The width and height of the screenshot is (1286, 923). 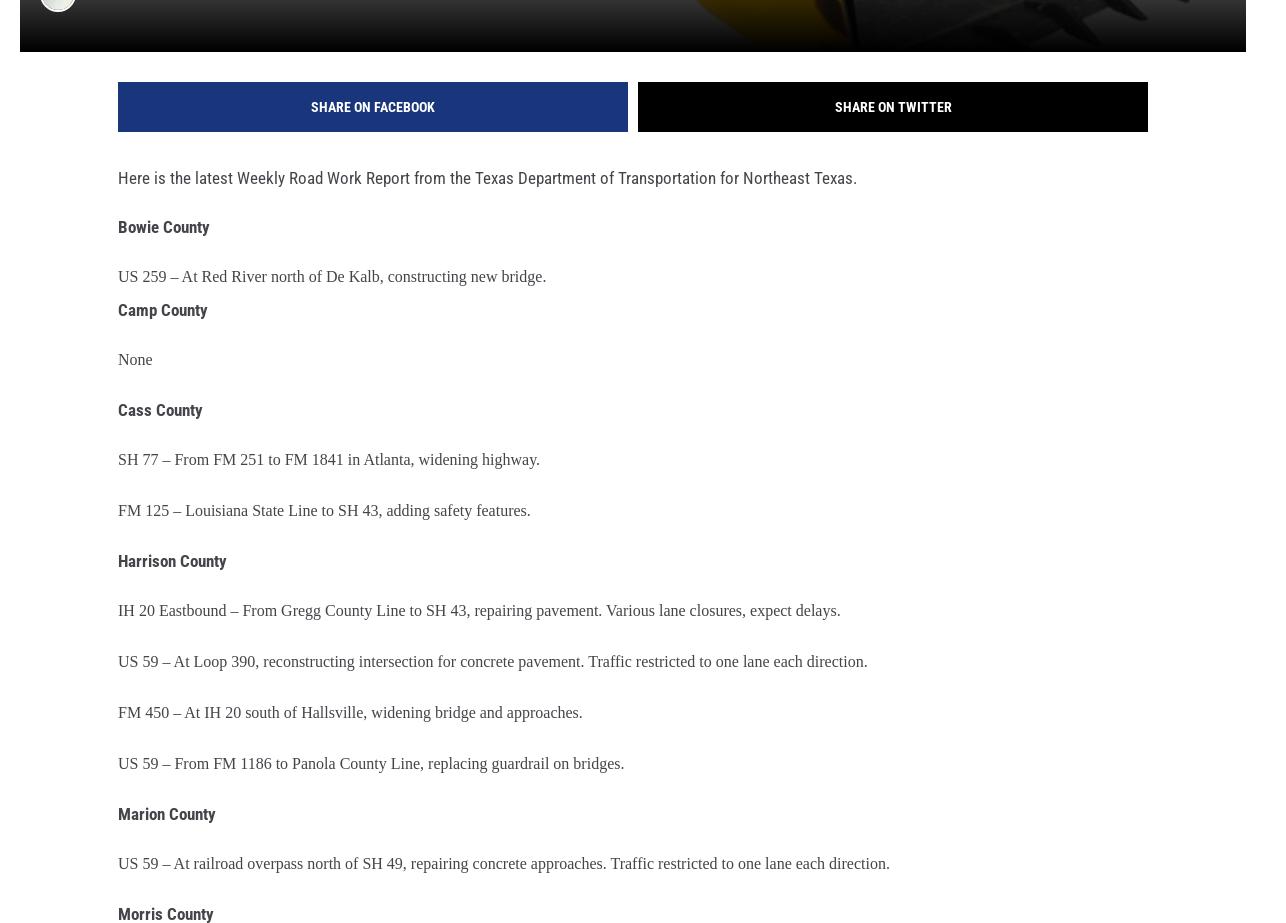 What do you see at coordinates (1167, 7) in the screenshot?
I see `'ThinkStock'` at bounding box center [1167, 7].